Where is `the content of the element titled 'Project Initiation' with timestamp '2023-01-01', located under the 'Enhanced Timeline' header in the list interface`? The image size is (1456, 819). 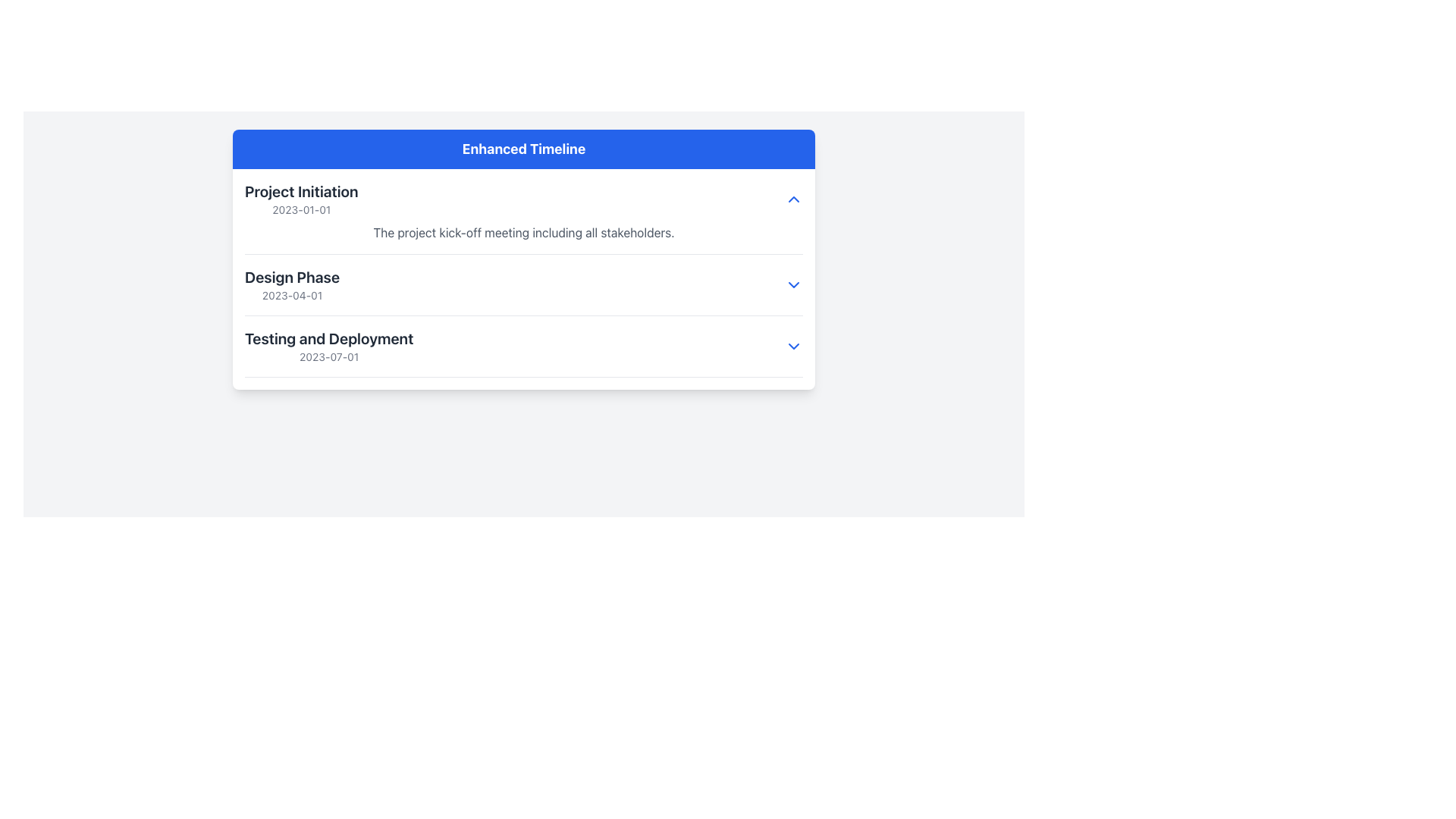 the content of the element titled 'Project Initiation' with timestamp '2023-01-01', located under the 'Enhanced Timeline' header in the list interface is located at coordinates (301, 198).